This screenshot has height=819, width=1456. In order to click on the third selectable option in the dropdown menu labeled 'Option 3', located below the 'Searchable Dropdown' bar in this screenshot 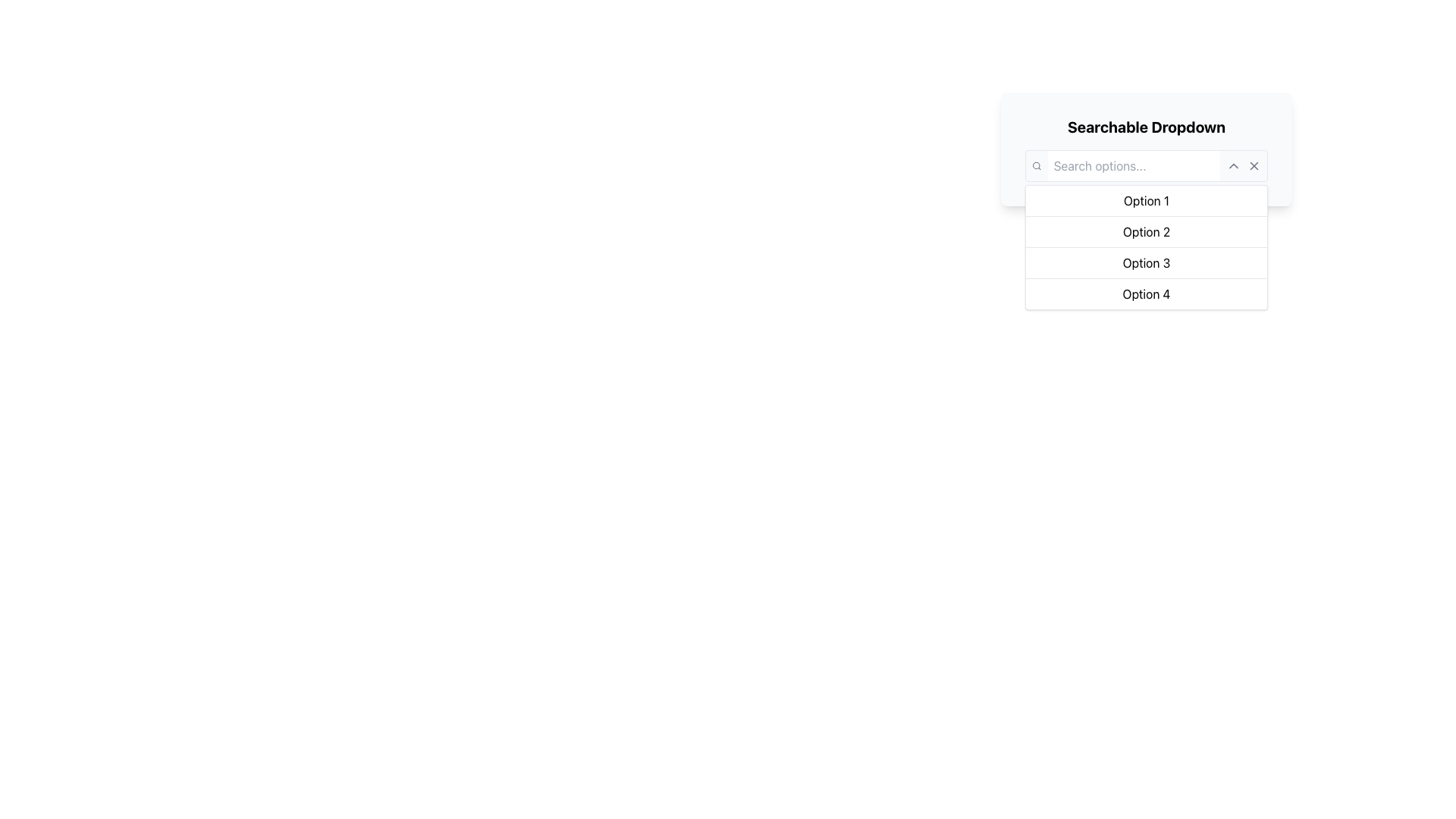, I will do `click(1147, 246)`.